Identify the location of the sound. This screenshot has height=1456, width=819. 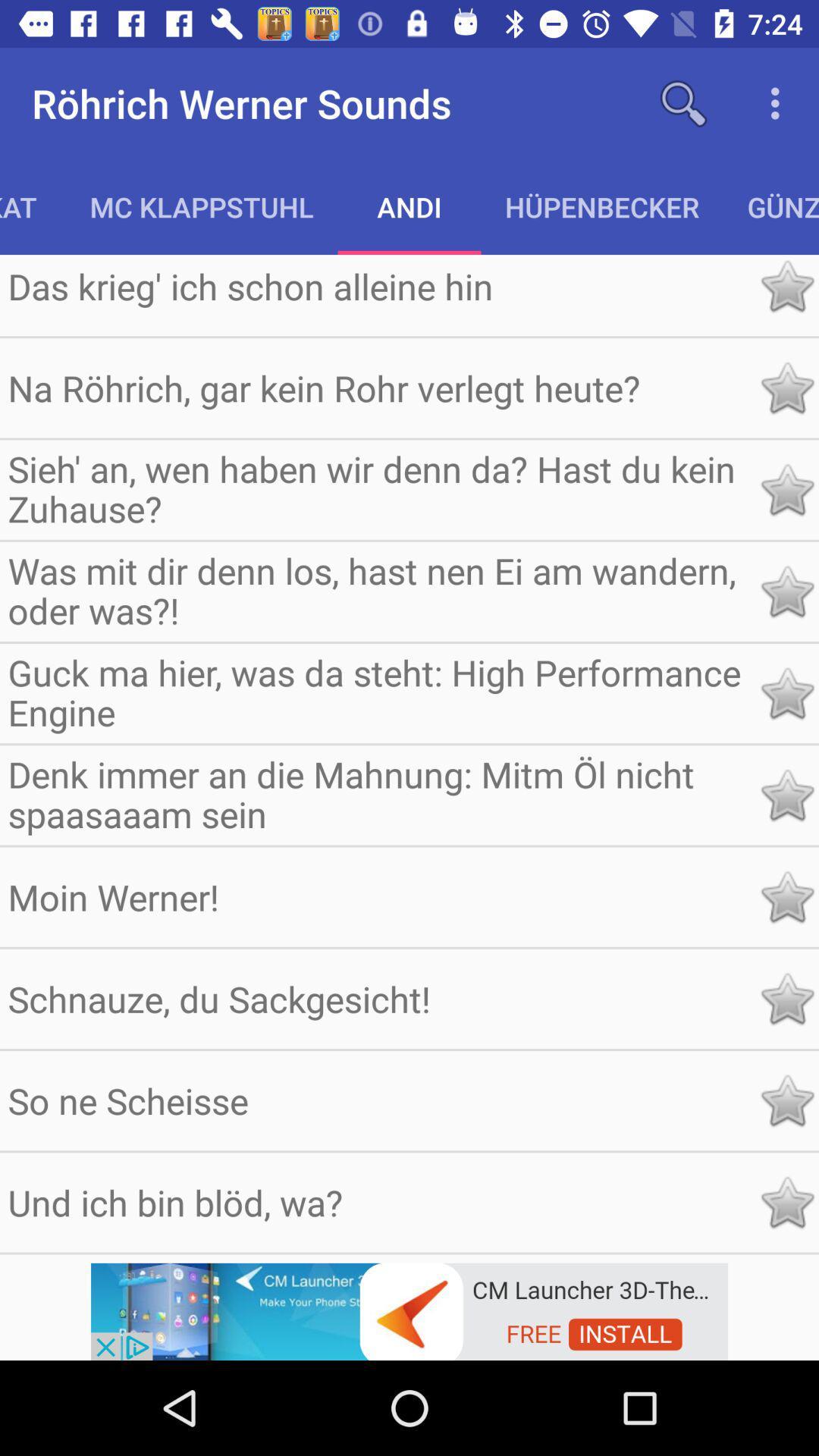
(786, 388).